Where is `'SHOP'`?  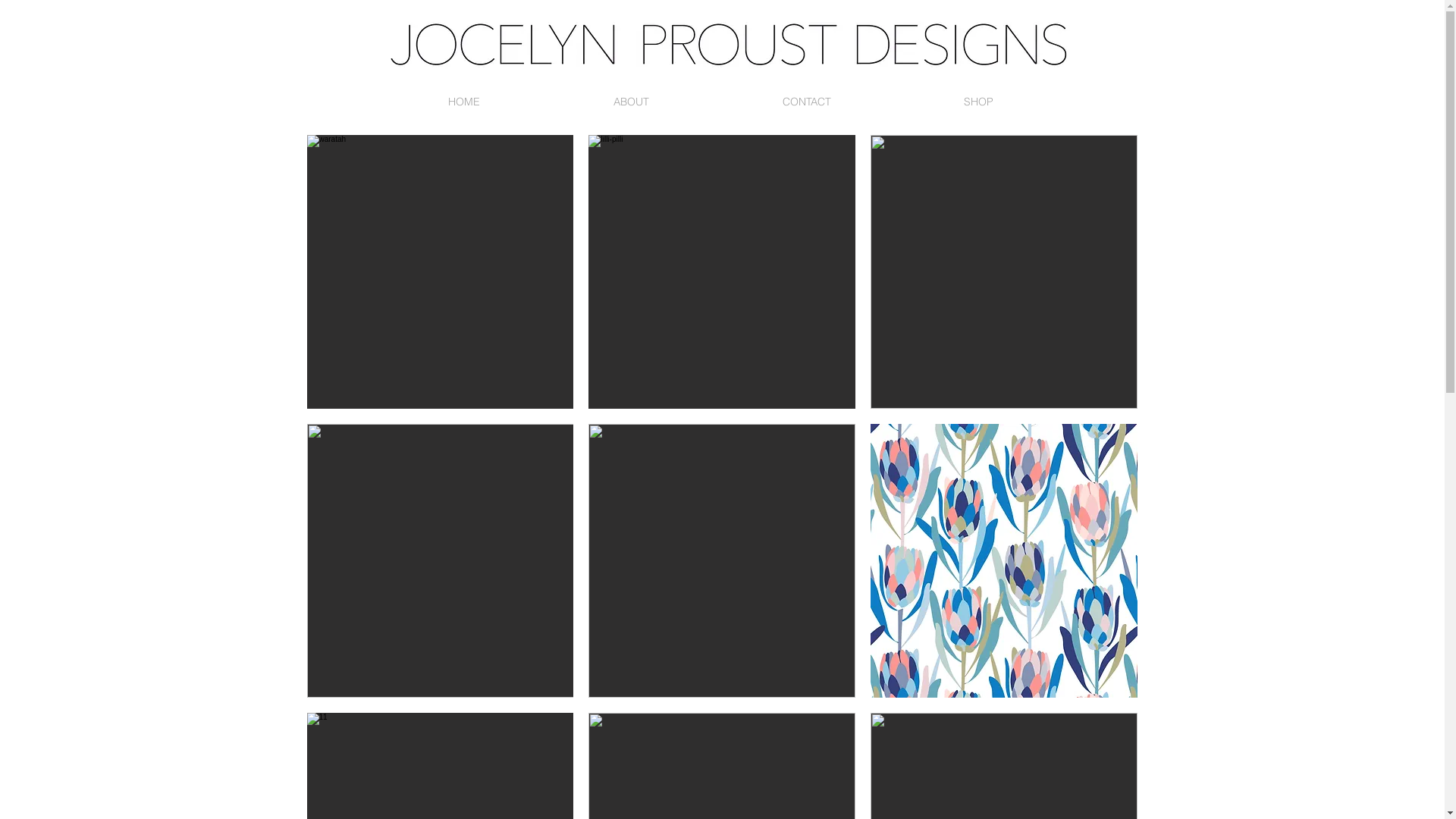
'SHOP' is located at coordinates (979, 102).